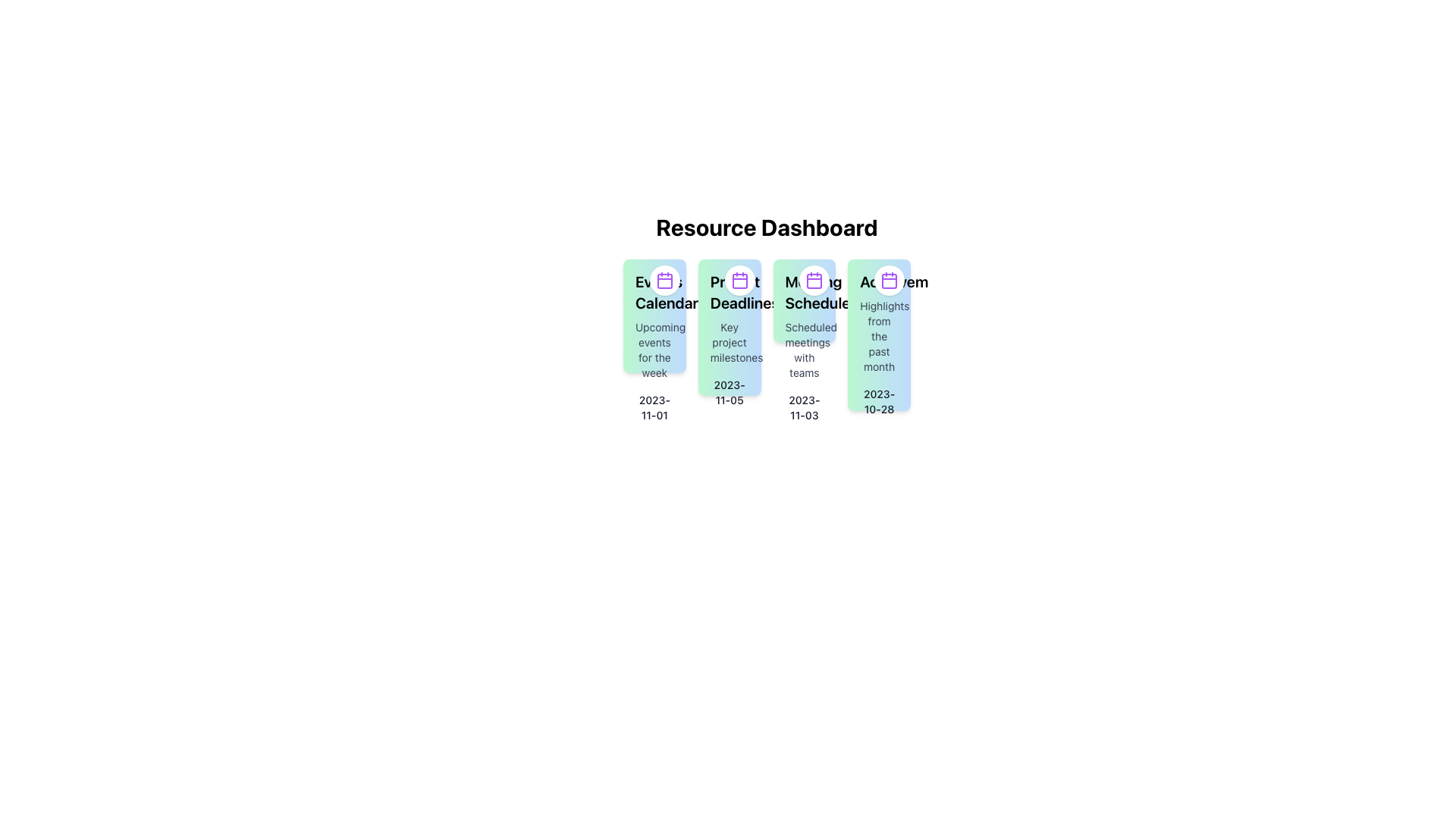  What do you see at coordinates (814, 281) in the screenshot?
I see `the circular calendar icon with a white background and purple calendar symbol located at the top-right corner of the 'Meeting Schedules' card` at bounding box center [814, 281].